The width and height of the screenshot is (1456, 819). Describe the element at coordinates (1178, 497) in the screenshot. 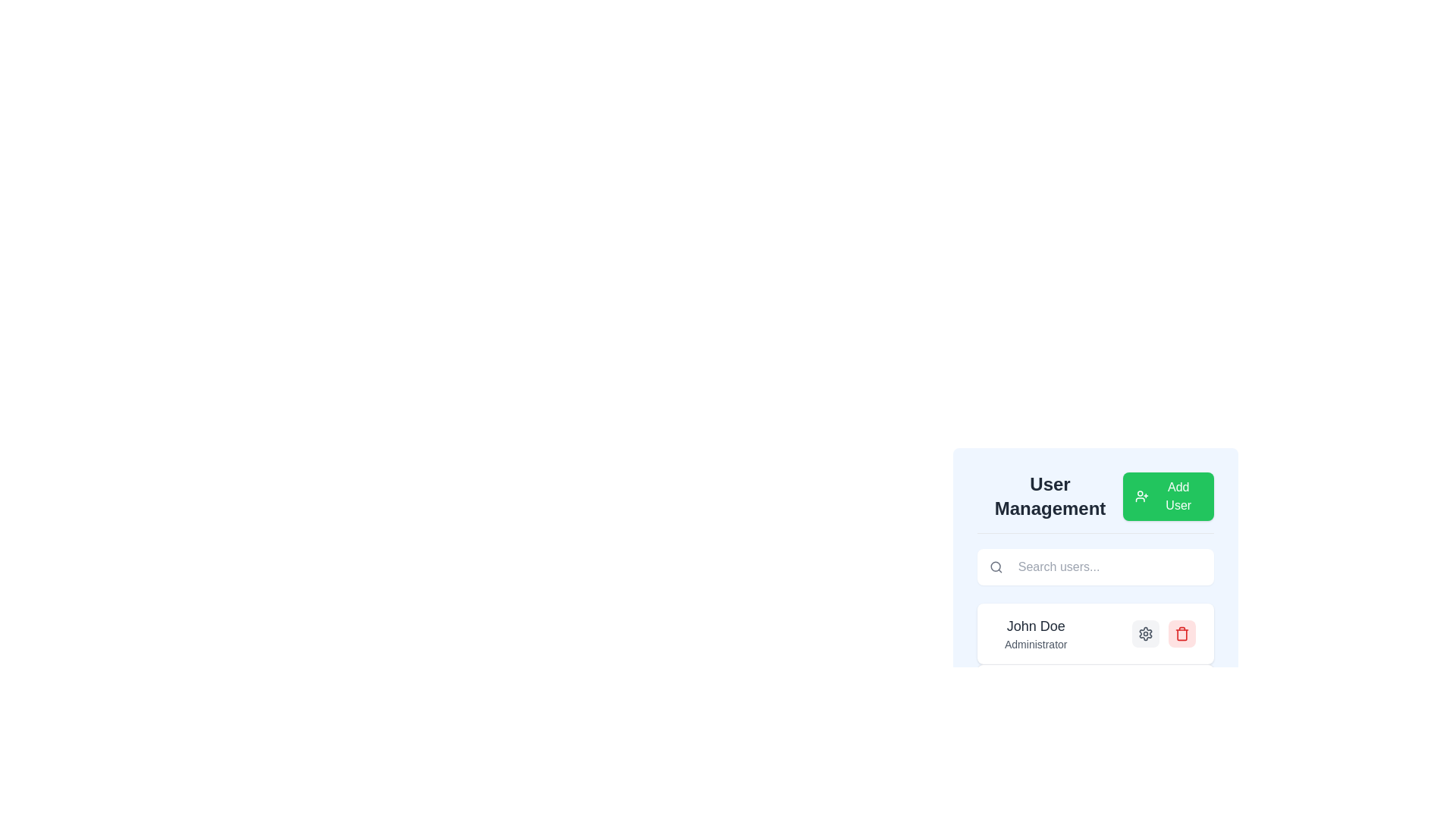

I see `label 'Add User' displayed in white on the green button located in the top-right area of the interface` at that location.